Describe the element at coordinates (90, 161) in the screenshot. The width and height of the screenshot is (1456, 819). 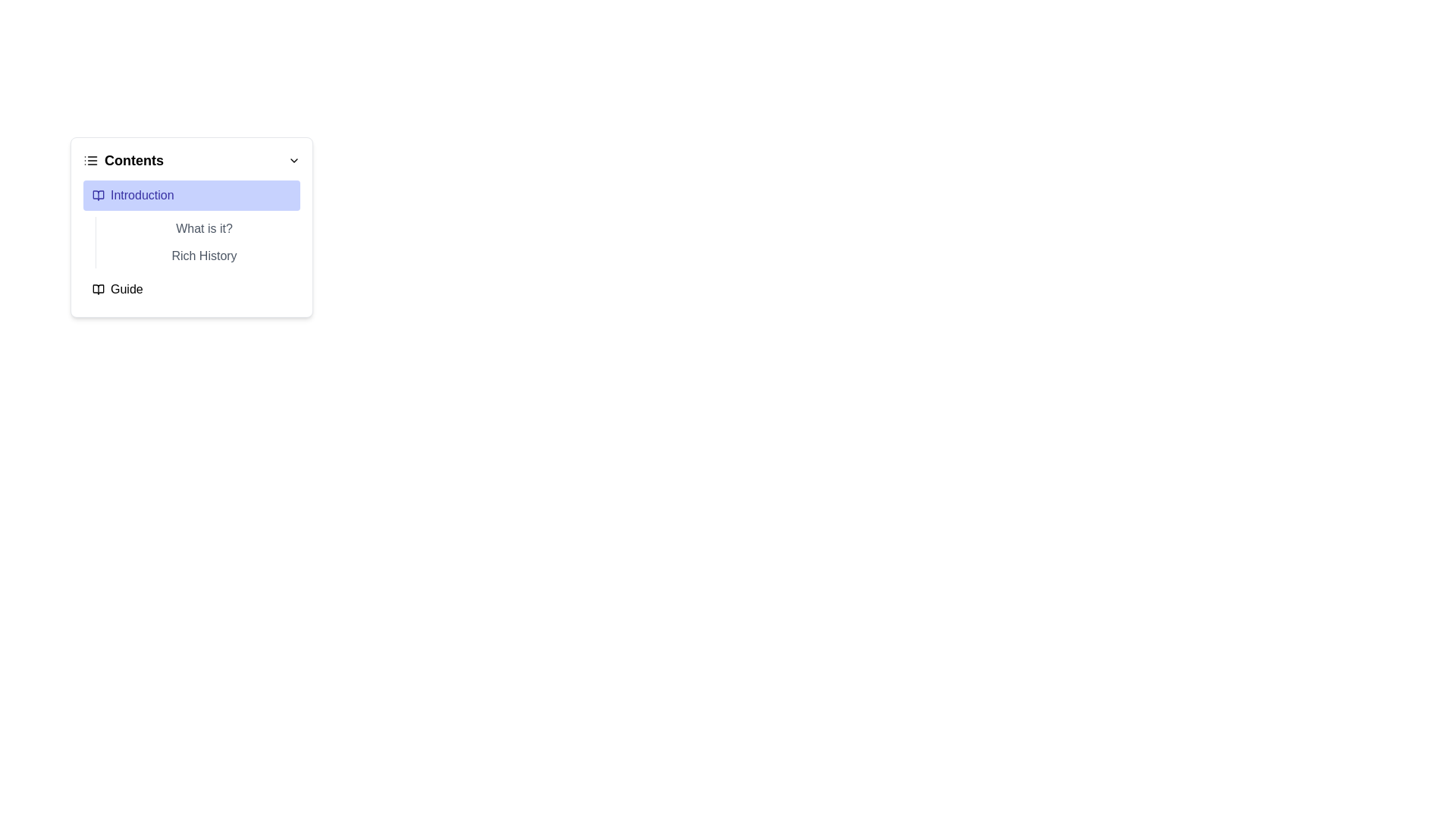
I see `the minimalistic icon resembling a list, which is located to the left of the 'Contents' label in the section header` at that location.